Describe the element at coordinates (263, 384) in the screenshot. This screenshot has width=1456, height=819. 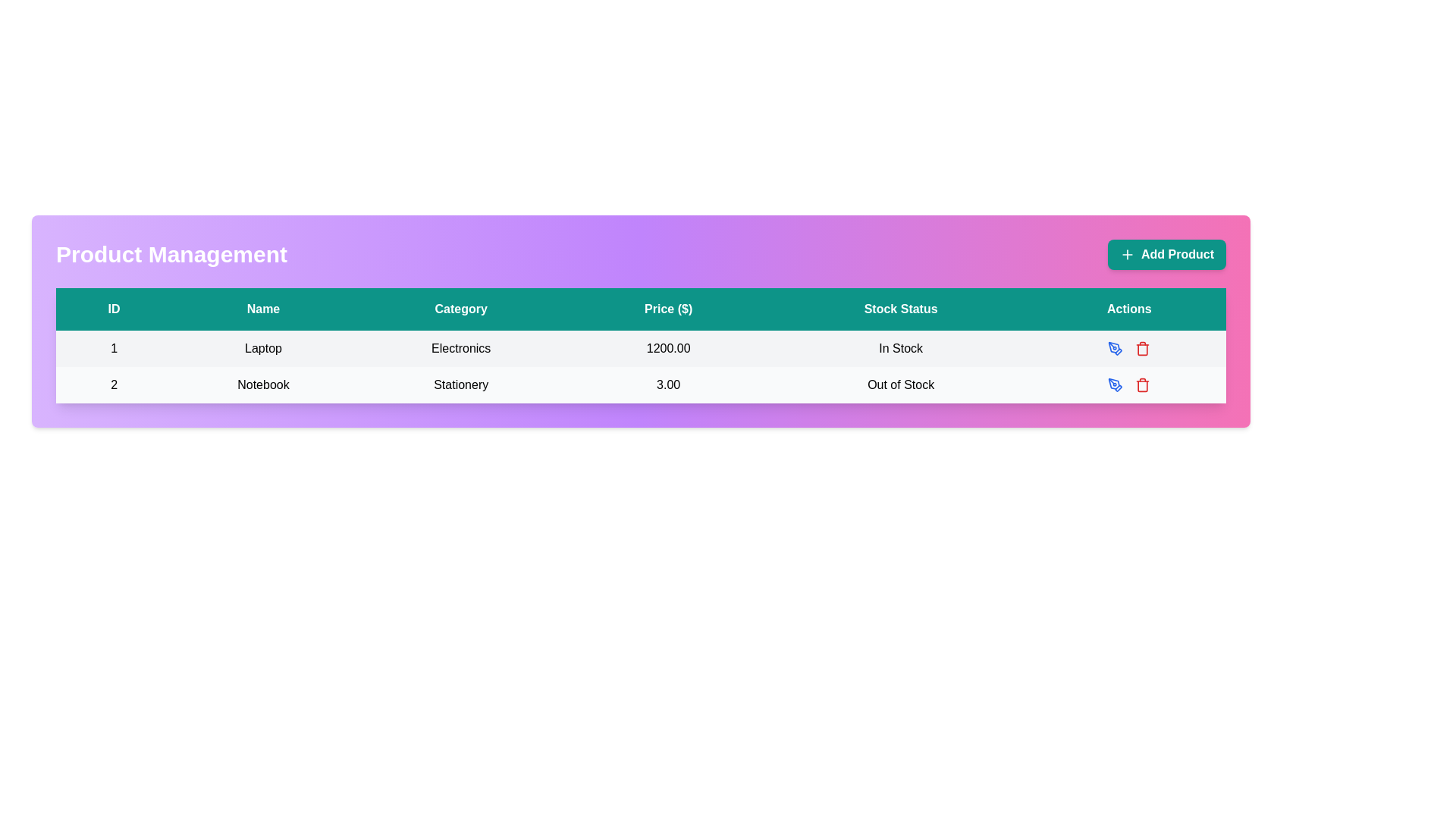
I see `the Static text element displaying 'Notebook' located in the second row of the table under the 'Name' column` at that location.